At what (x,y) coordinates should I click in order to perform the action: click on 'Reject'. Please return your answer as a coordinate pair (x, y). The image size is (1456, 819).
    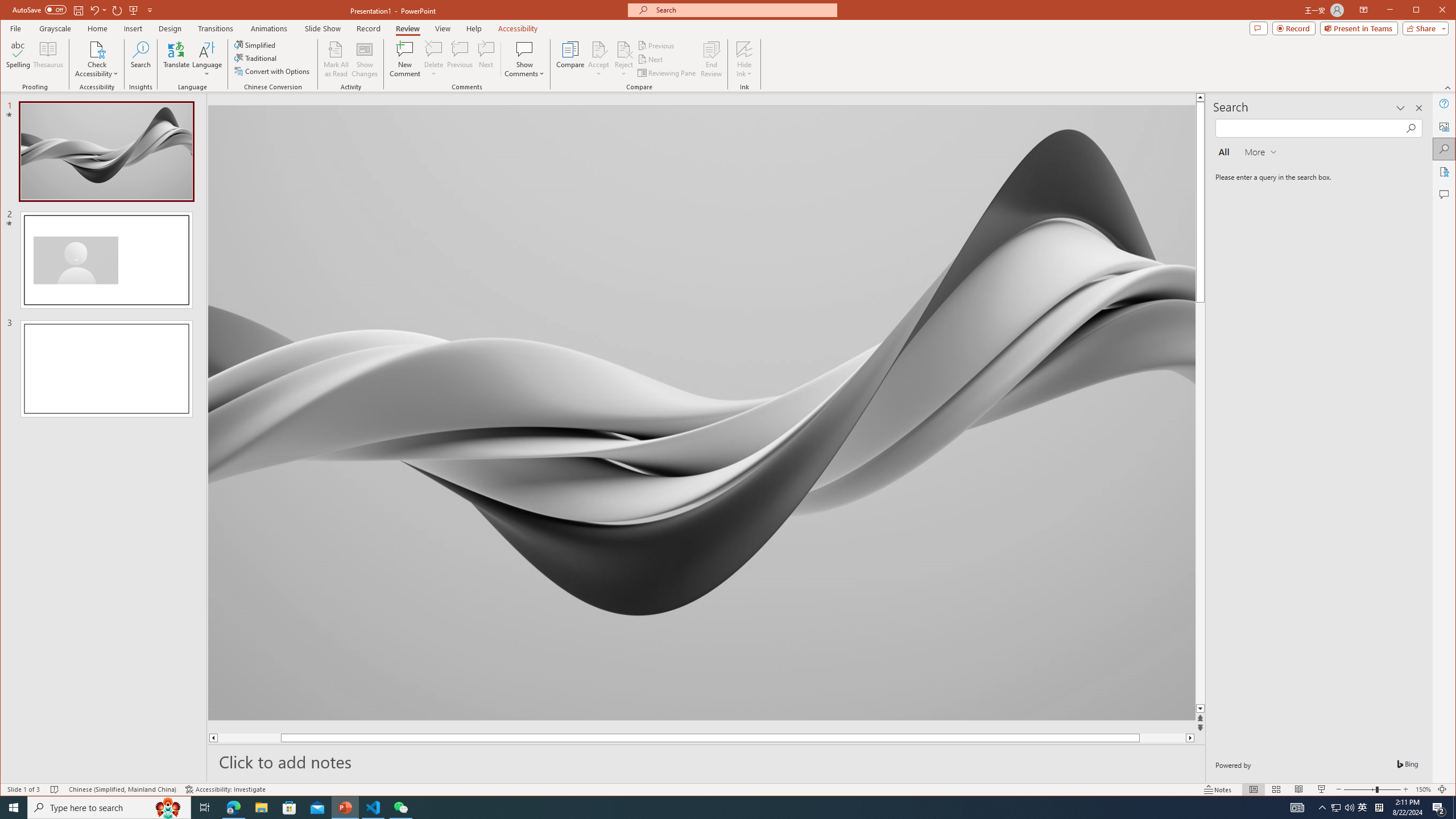
    Looking at the image, I should click on (623, 59).